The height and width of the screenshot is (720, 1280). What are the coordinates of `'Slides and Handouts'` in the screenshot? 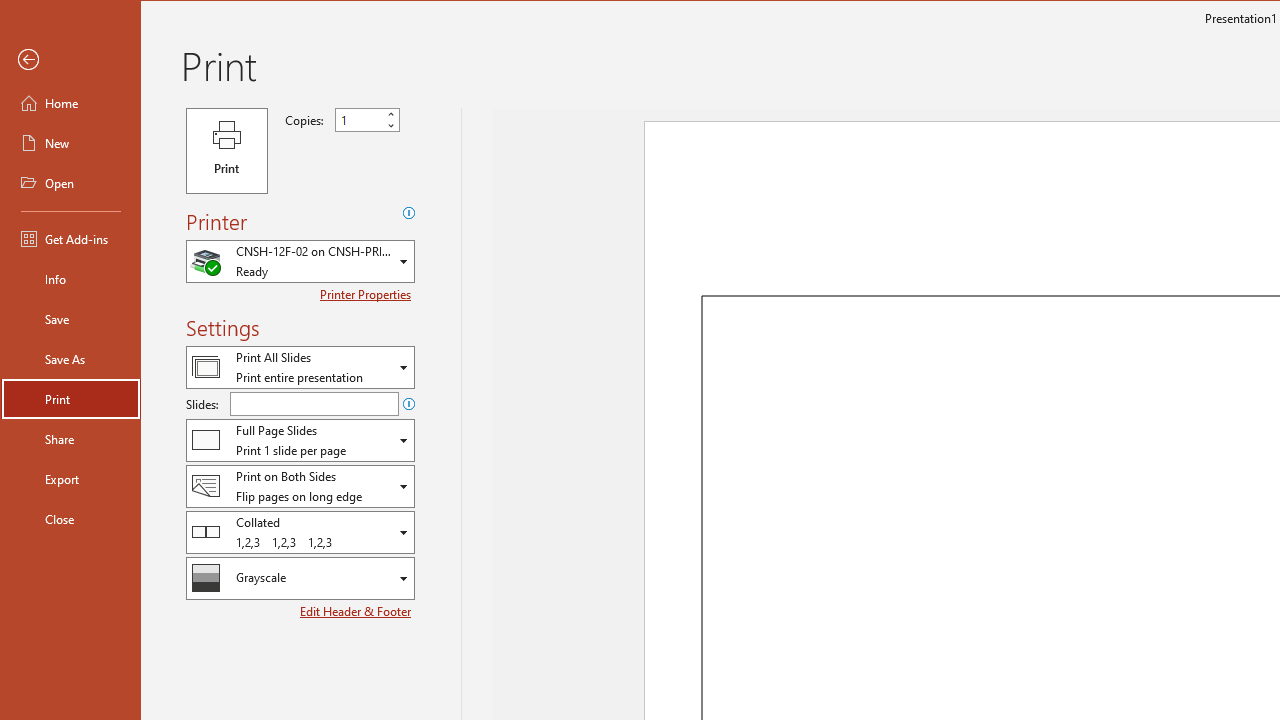 It's located at (299, 439).